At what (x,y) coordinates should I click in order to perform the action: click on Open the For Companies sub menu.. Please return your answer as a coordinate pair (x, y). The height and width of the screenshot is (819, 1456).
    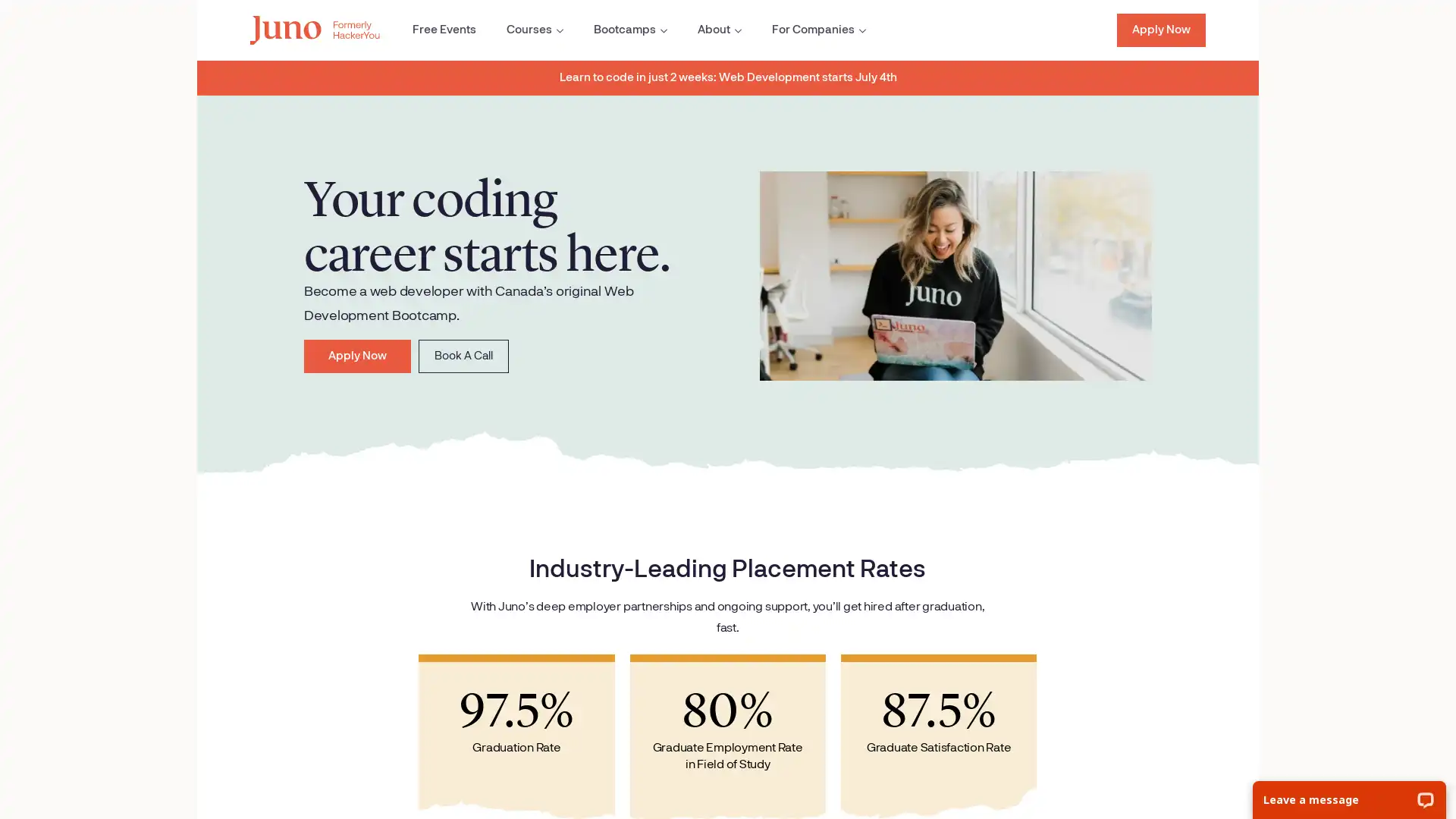
    Looking at the image, I should click on (805, 30).